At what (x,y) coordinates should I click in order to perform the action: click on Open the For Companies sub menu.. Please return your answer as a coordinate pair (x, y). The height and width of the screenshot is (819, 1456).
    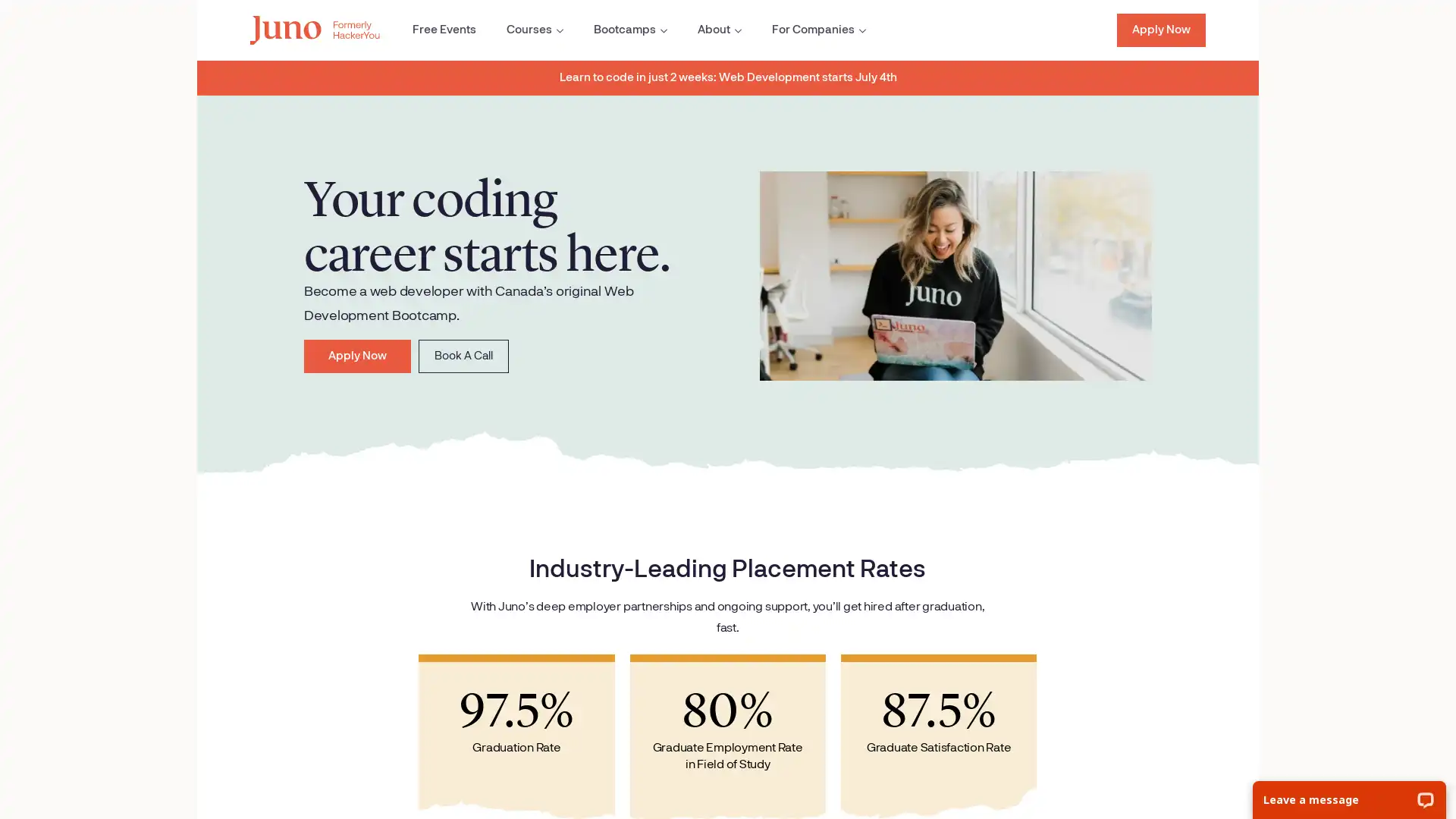
    Looking at the image, I should click on (805, 30).